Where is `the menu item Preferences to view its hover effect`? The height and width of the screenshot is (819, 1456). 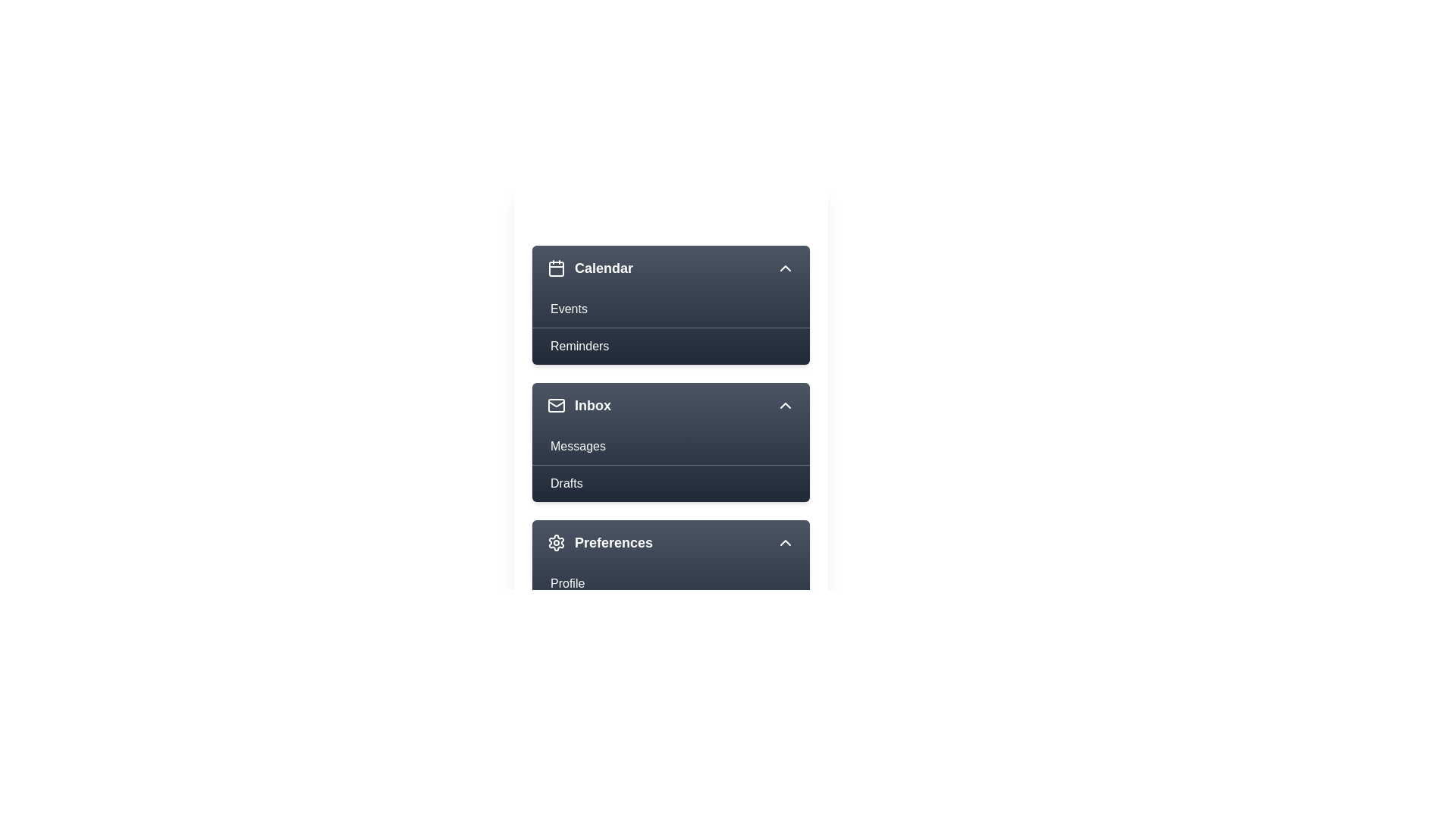
the menu item Preferences to view its hover effect is located at coordinates (670, 542).